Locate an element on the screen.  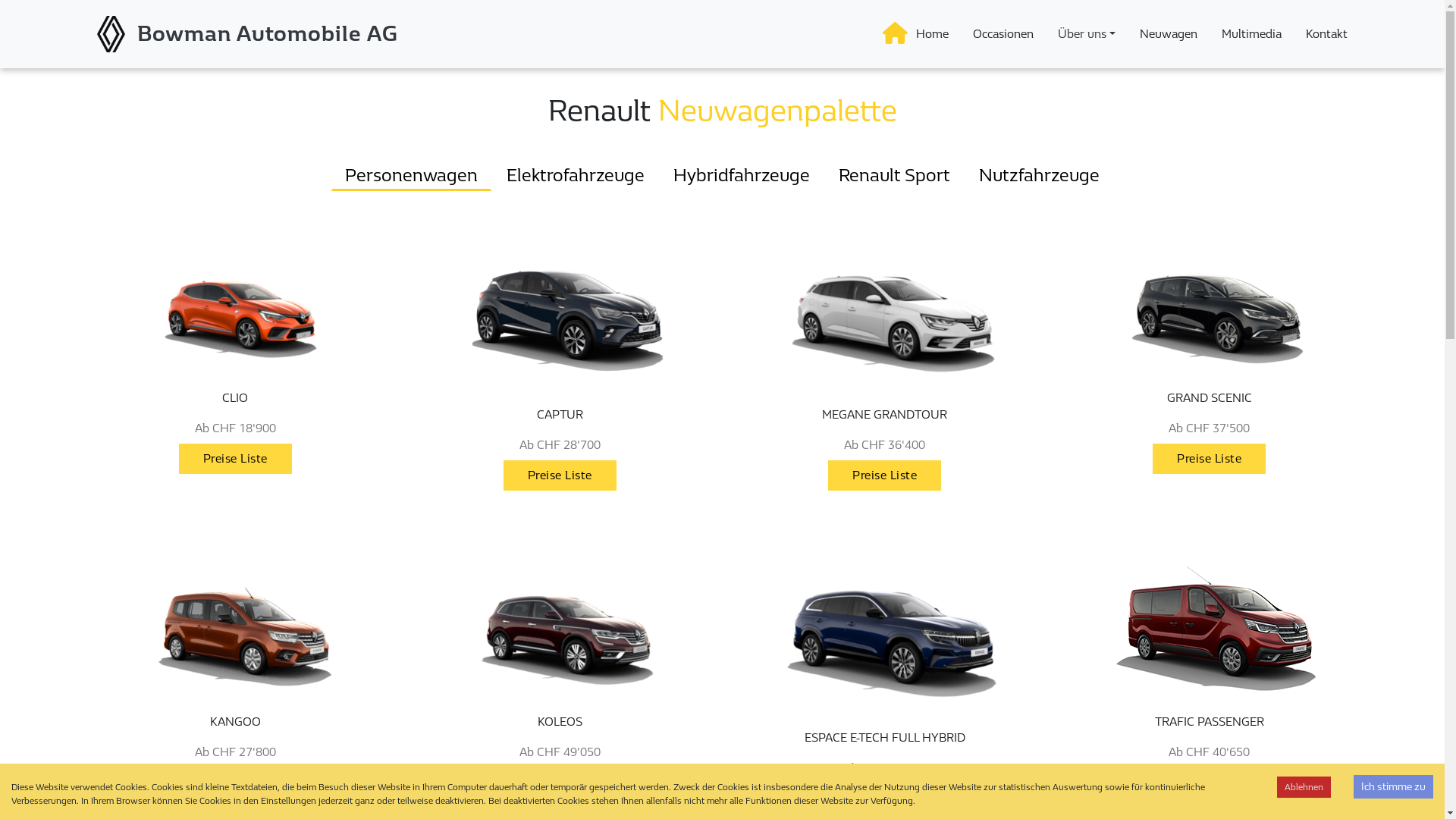
'Preise Liste' is located at coordinates (234, 457).